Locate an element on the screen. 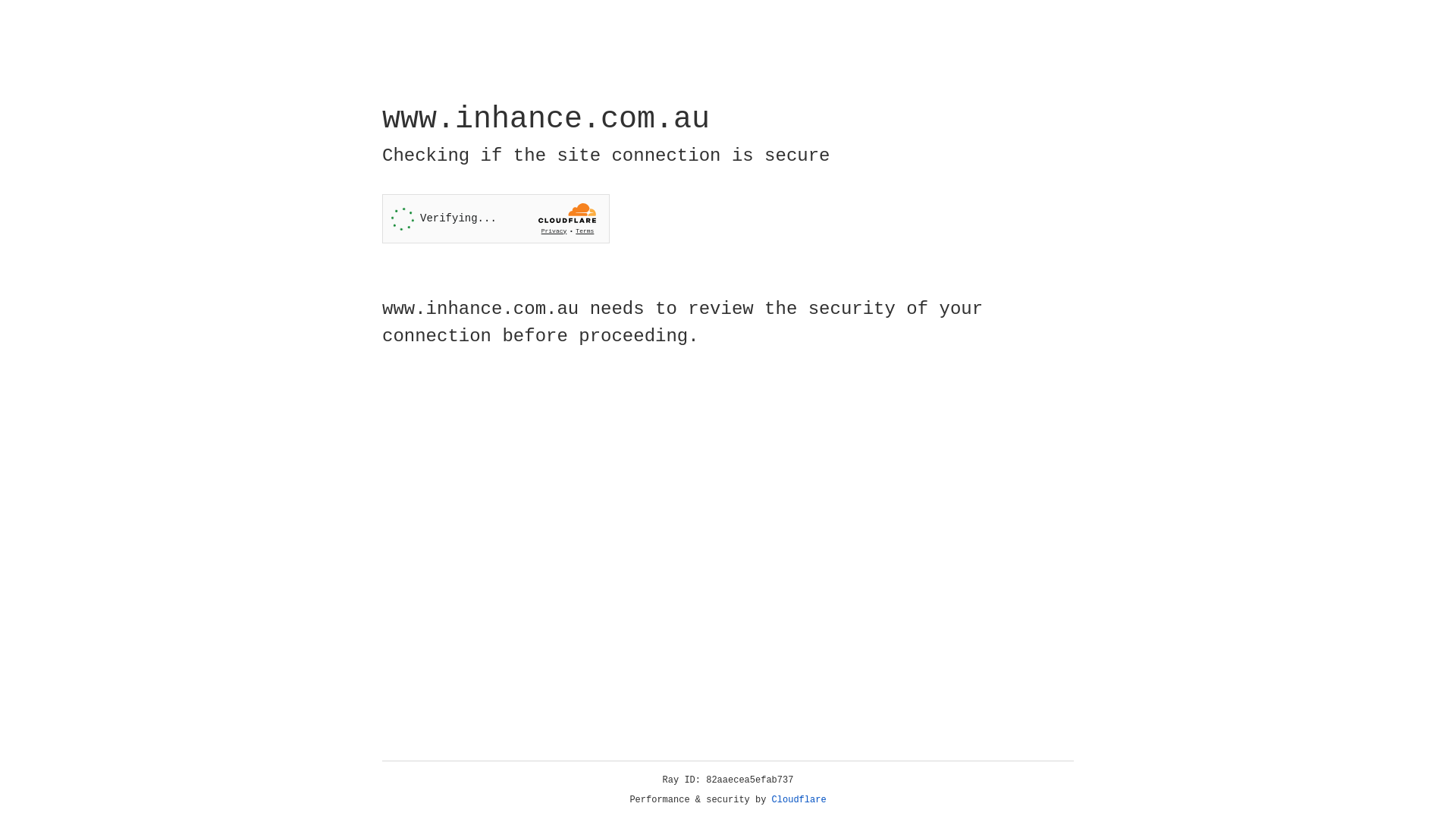 The image size is (1456, 819). 'Cloudflare' is located at coordinates (799, 799).